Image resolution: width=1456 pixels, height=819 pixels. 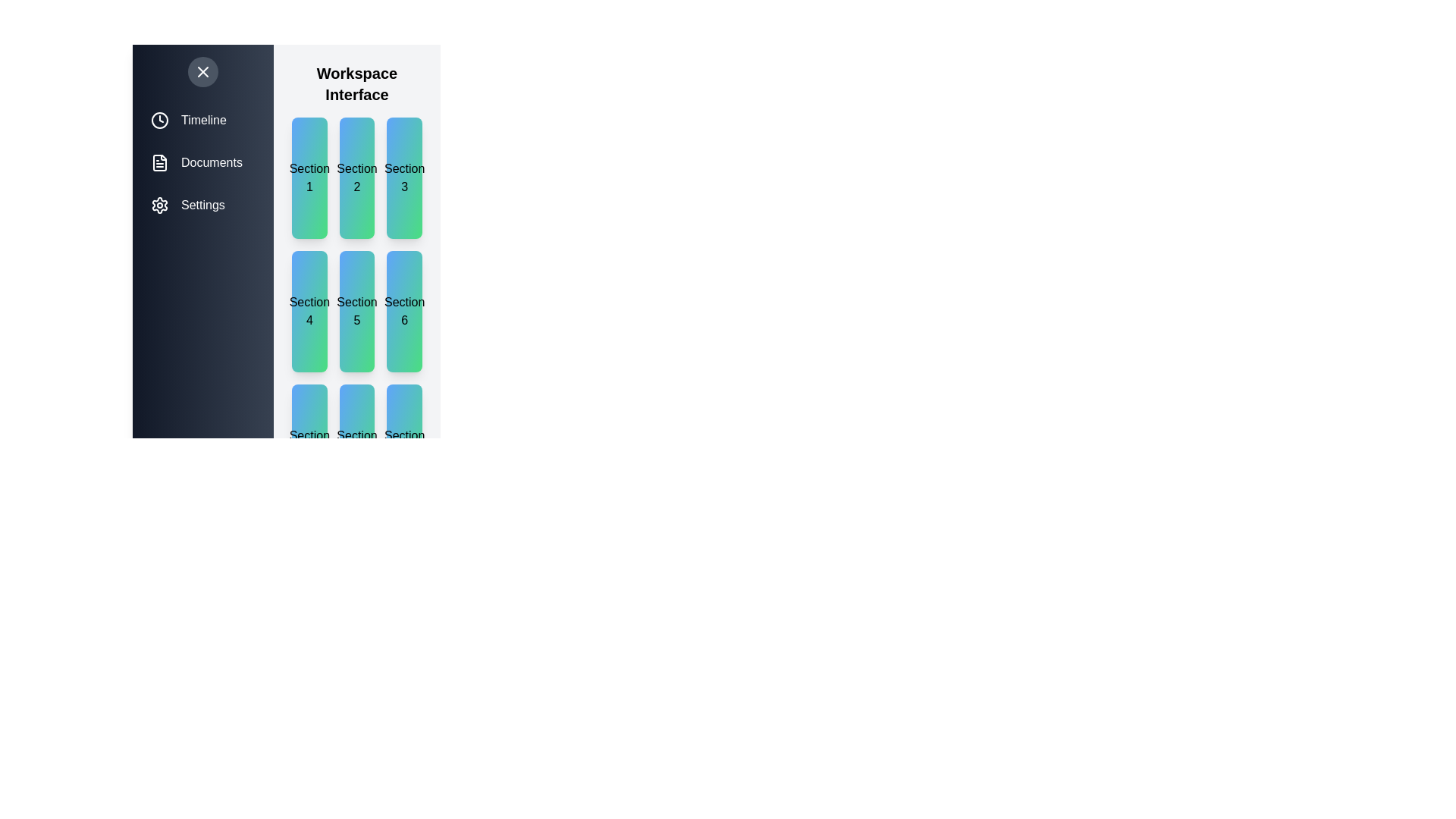 What do you see at coordinates (202, 119) in the screenshot?
I see `the navigation item Timeline to observe its hover effect` at bounding box center [202, 119].